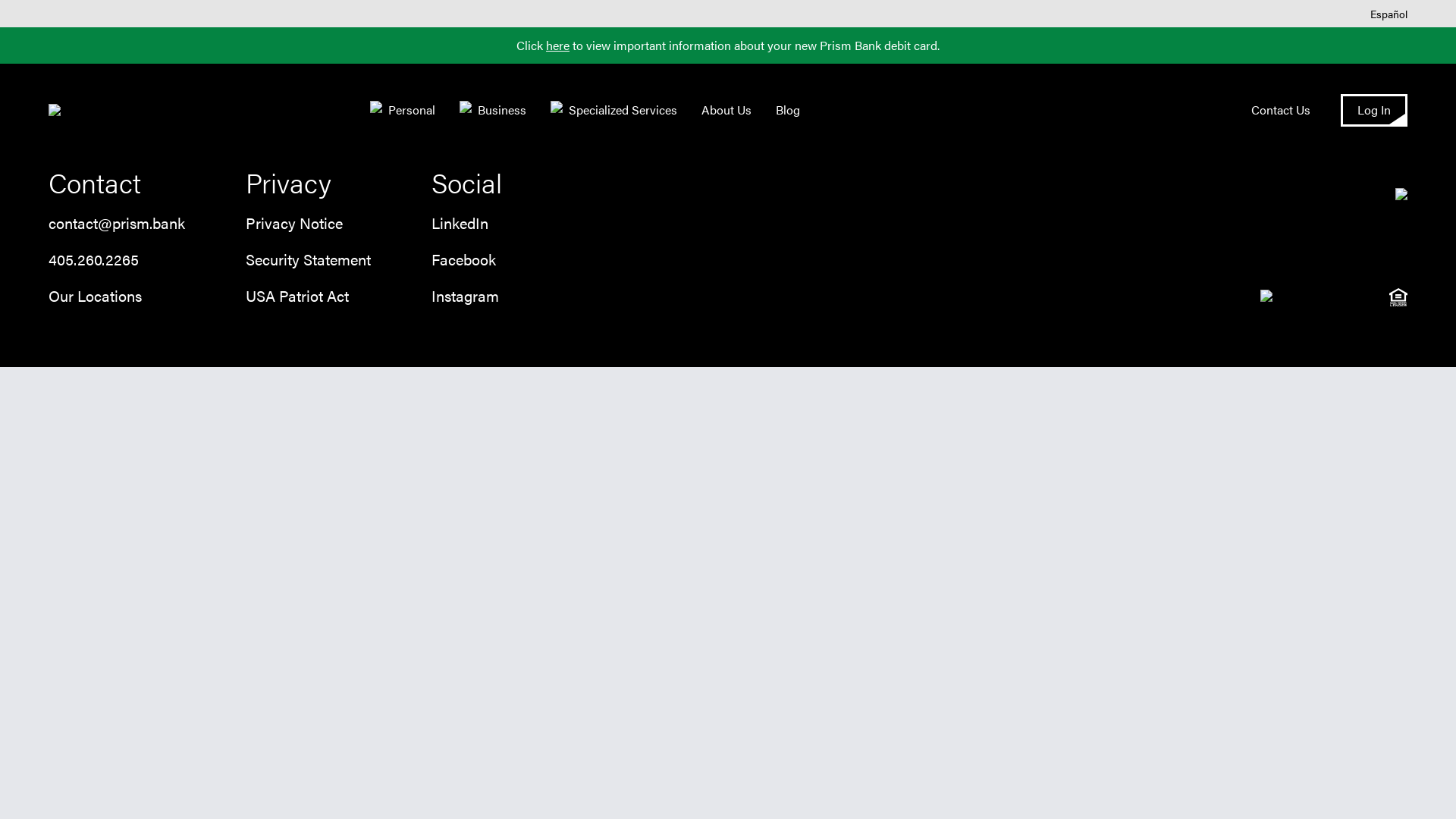  Describe the element at coordinates (775, 108) in the screenshot. I see `'Blog'` at that location.